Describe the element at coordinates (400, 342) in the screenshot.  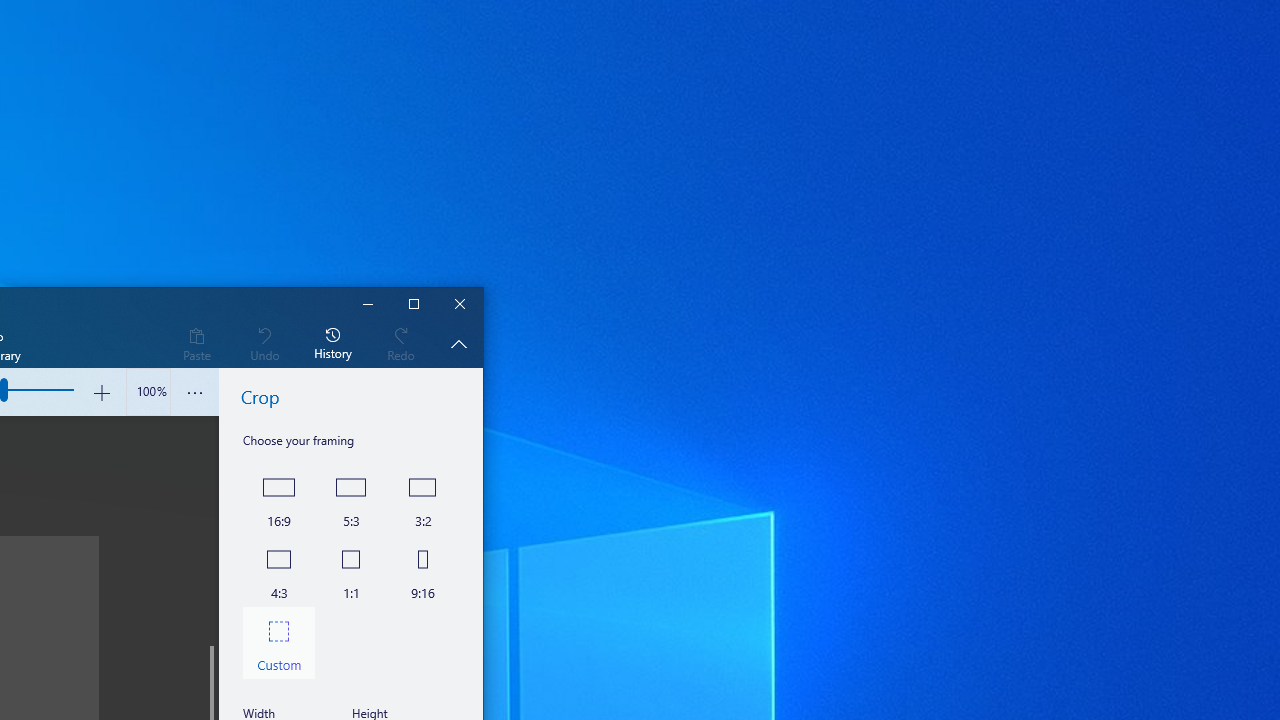
I see `'Redo'` at that location.